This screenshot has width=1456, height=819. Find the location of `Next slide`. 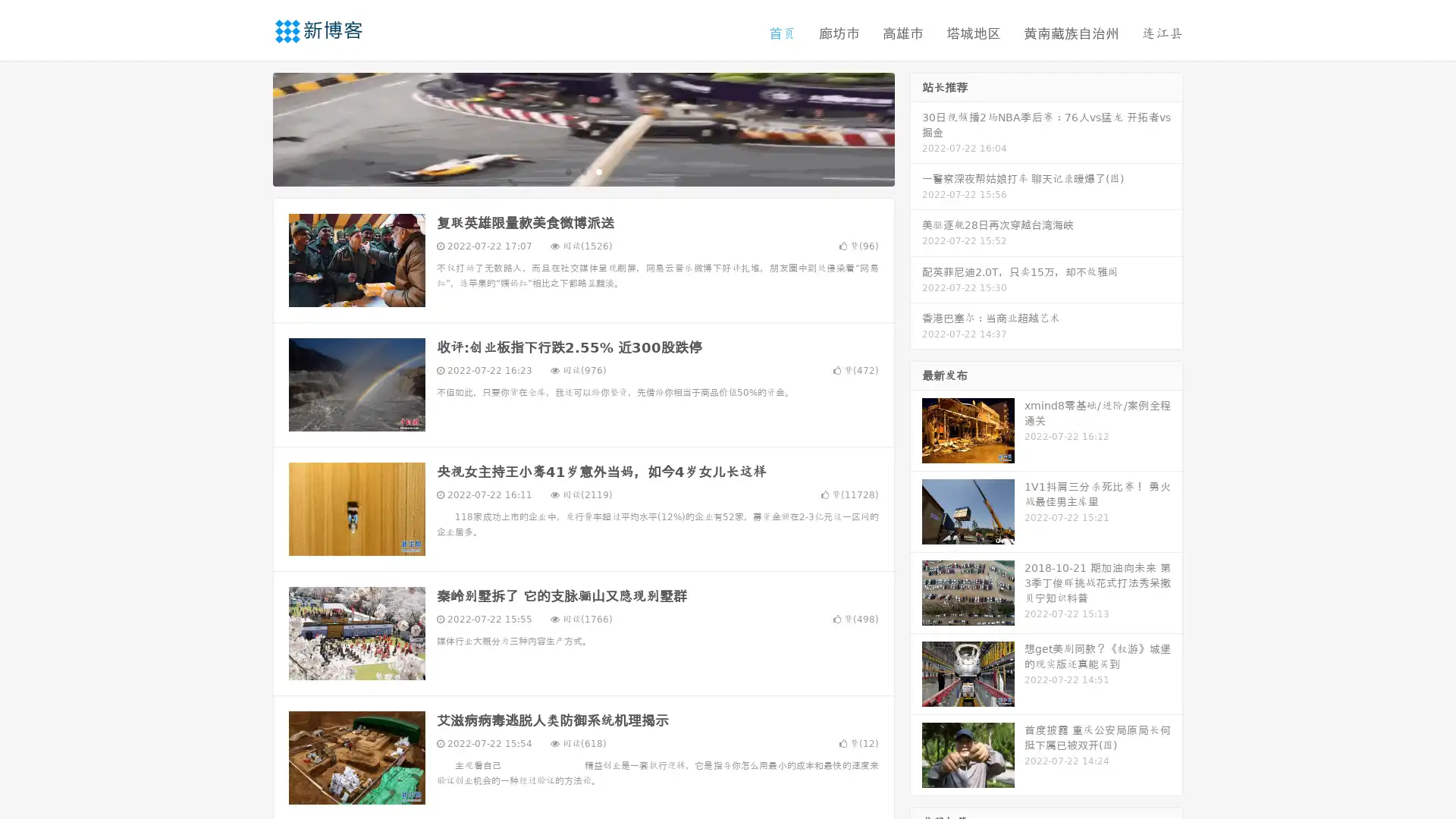

Next slide is located at coordinates (916, 127).